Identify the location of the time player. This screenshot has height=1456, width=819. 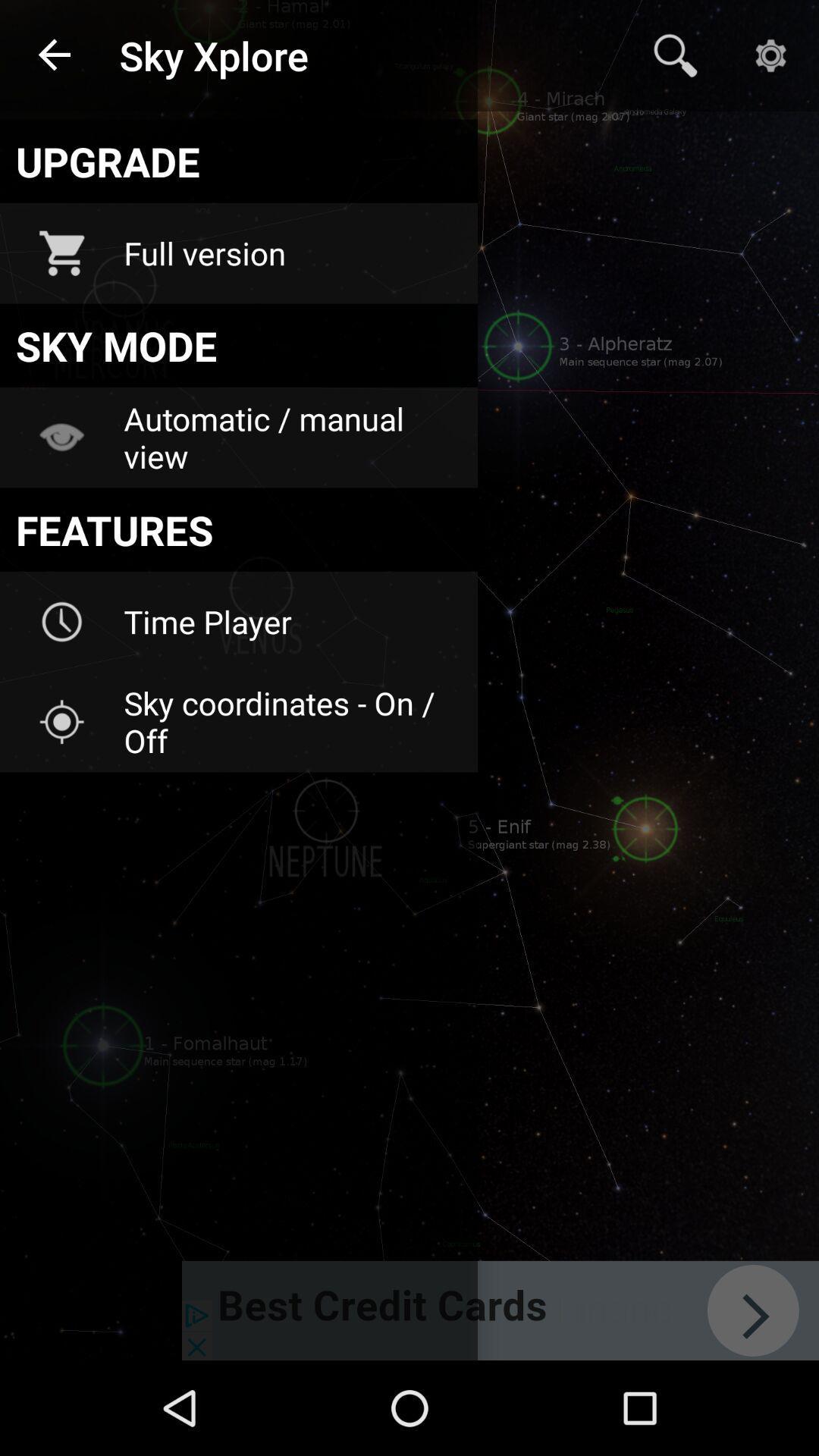
(290, 622).